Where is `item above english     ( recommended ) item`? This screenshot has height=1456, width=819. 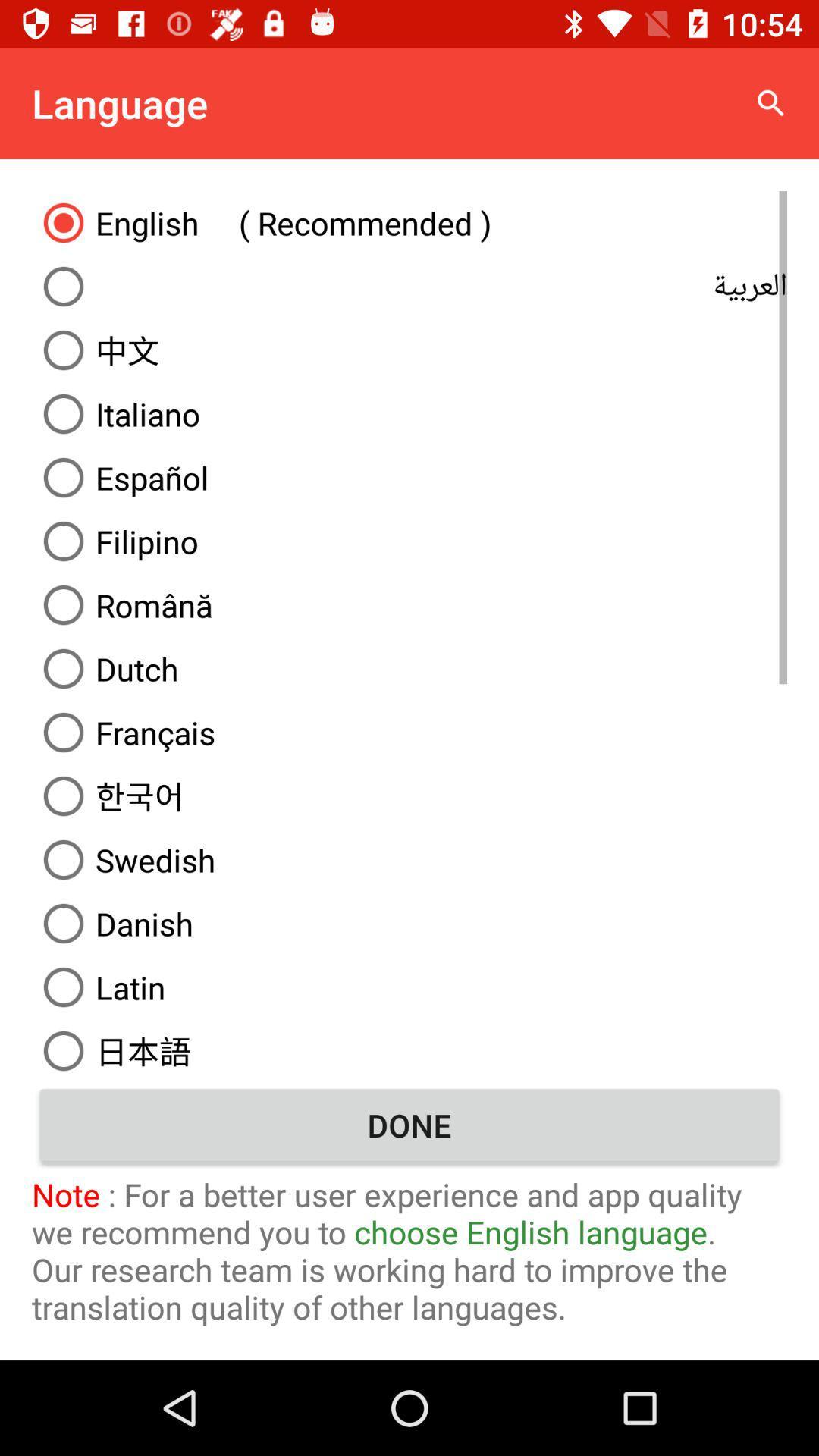 item above english     ( recommended ) item is located at coordinates (771, 102).